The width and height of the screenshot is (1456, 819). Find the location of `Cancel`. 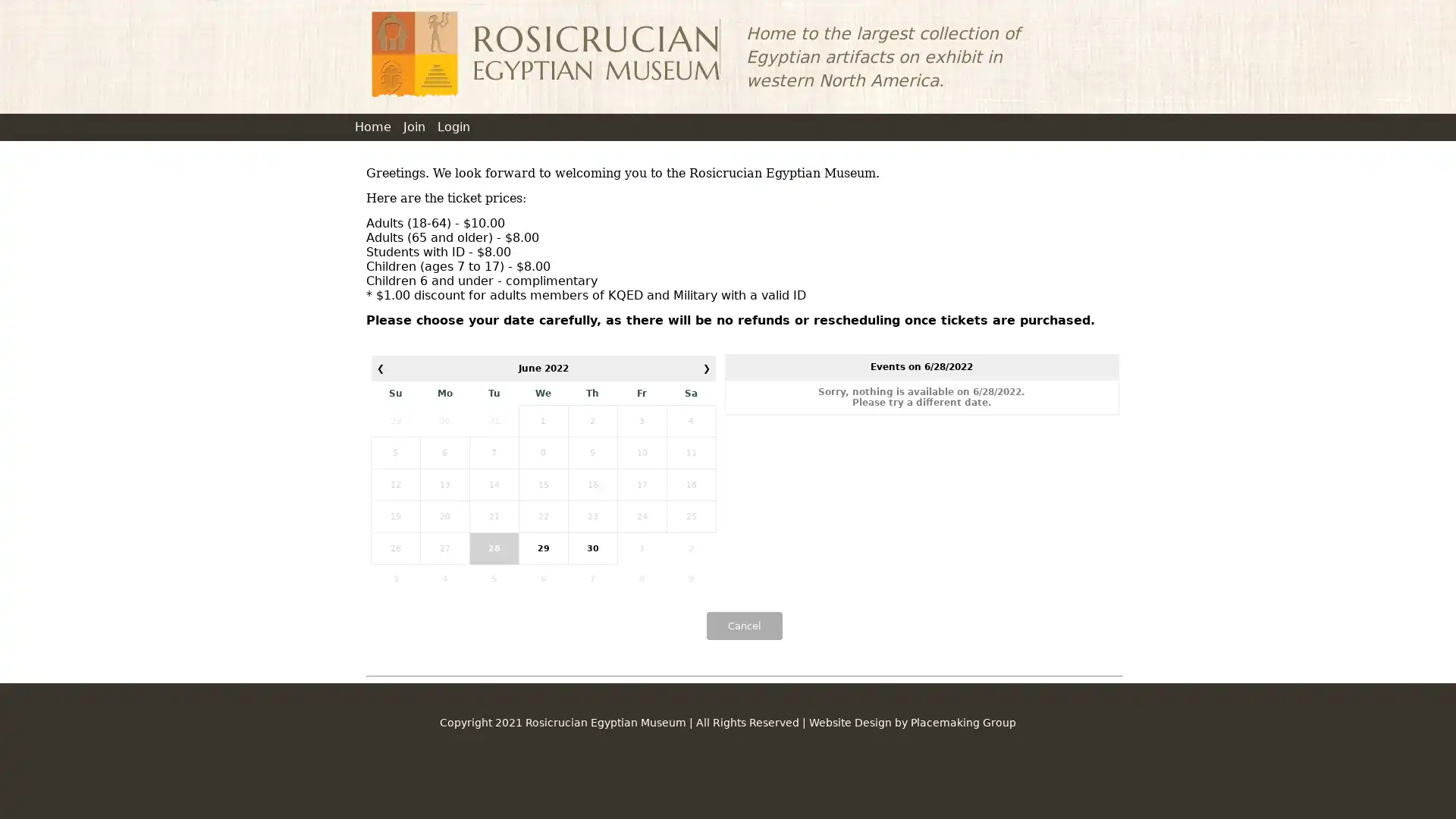

Cancel is located at coordinates (743, 626).